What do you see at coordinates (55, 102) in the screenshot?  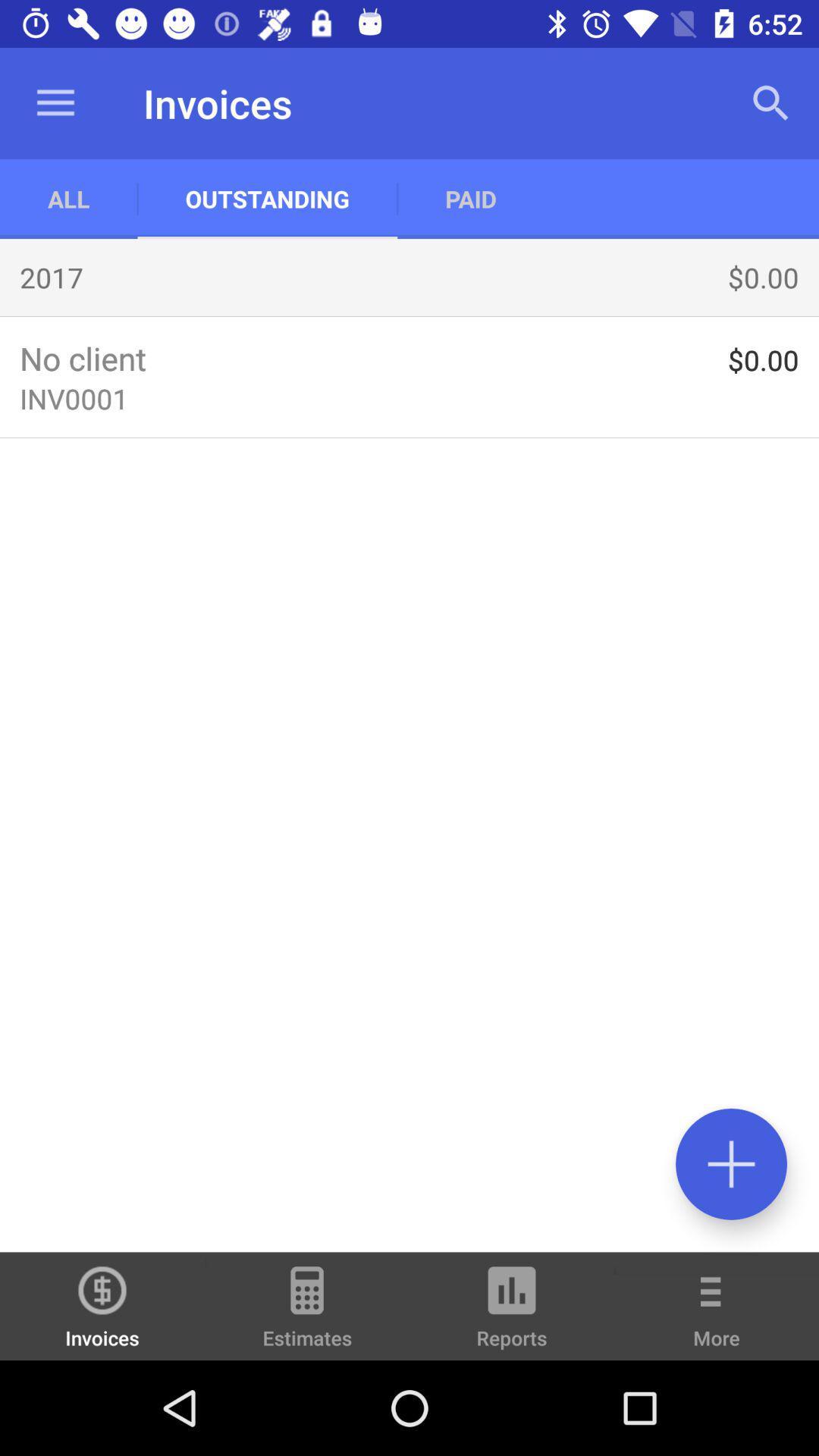 I see `app to the left of outstanding app` at bounding box center [55, 102].